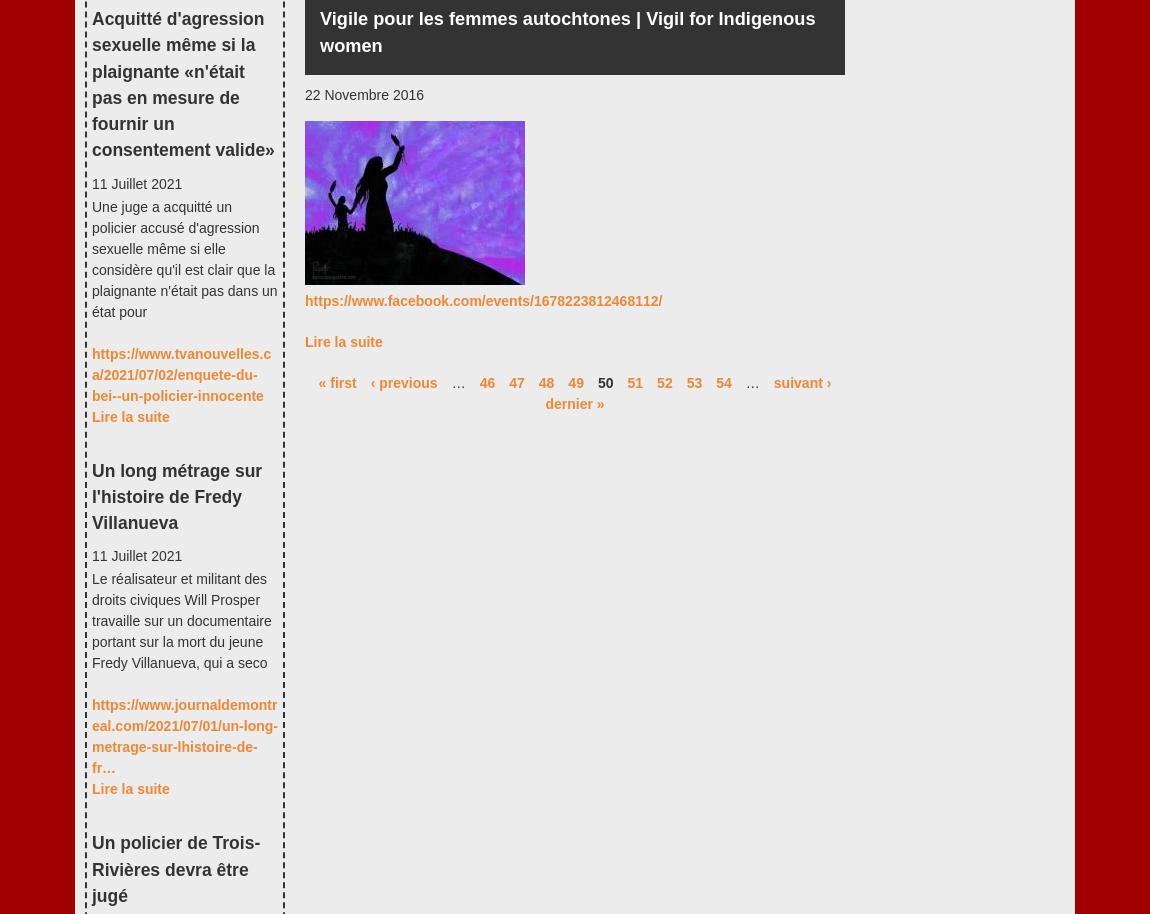 The width and height of the screenshot is (1150, 914). Describe the element at coordinates (364, 94) in the screenshot. I see `'22 Novembre 2016'` at that location.